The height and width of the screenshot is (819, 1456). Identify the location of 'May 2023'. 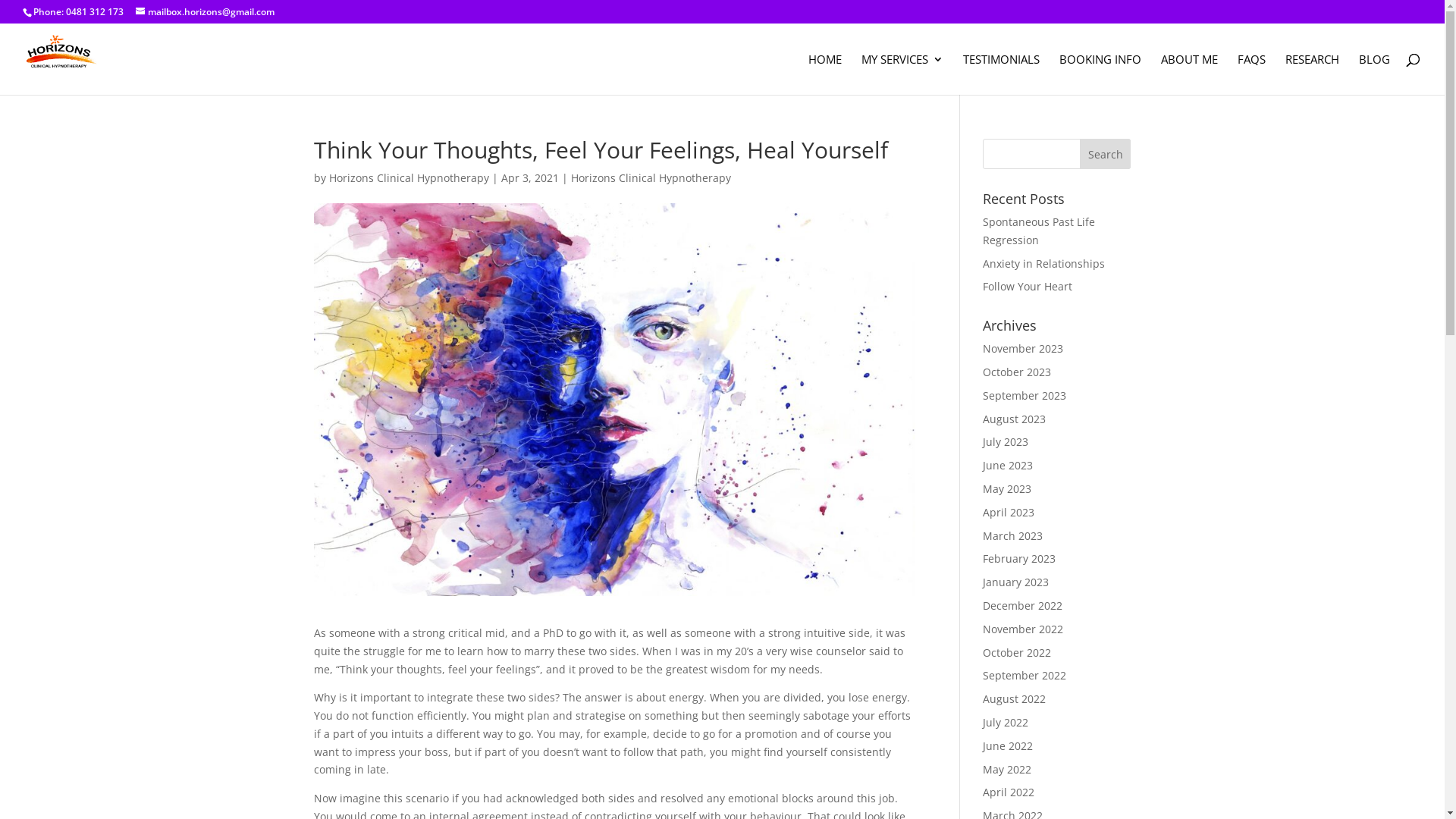
(1007, 488).